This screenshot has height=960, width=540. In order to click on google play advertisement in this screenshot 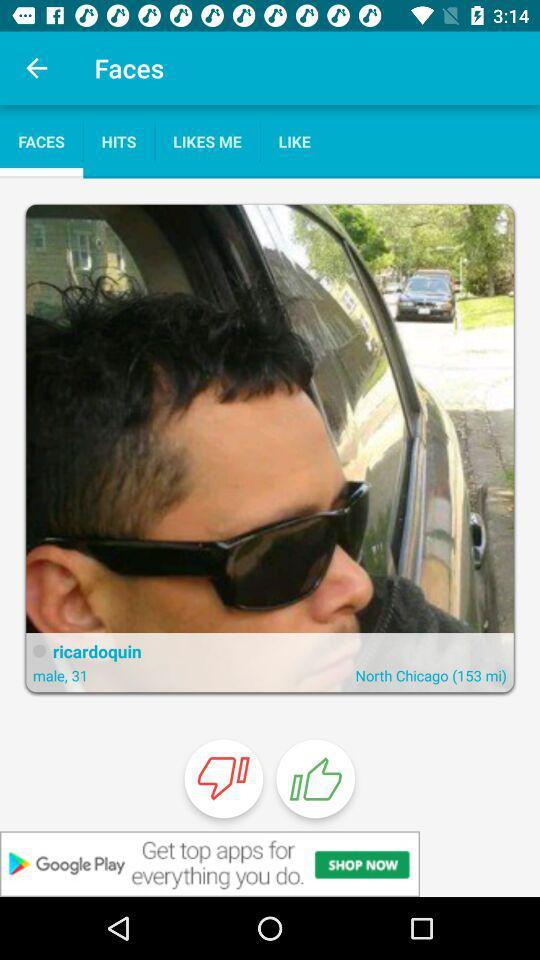, I will do `click(270, 863)`.